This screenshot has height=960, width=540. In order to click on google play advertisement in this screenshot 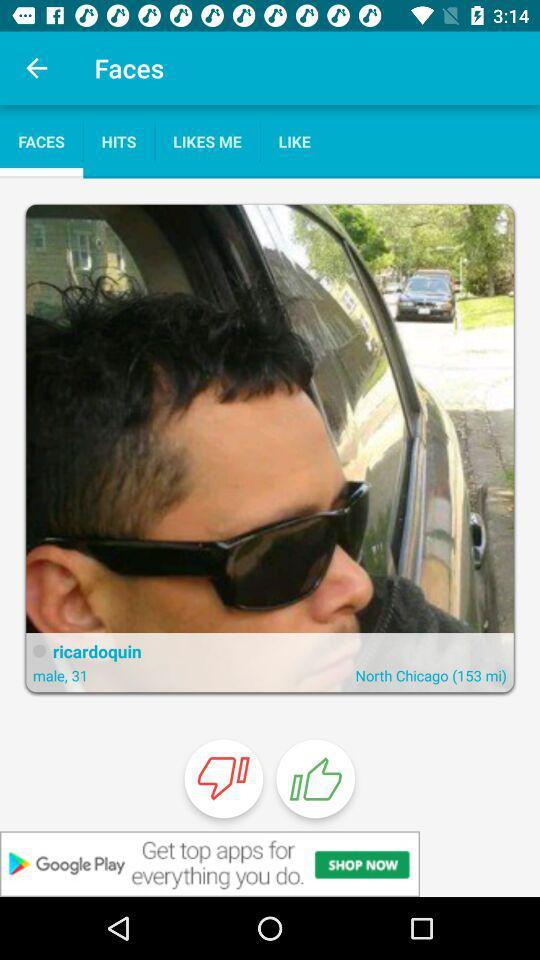, I will do `click(270, 863)`.